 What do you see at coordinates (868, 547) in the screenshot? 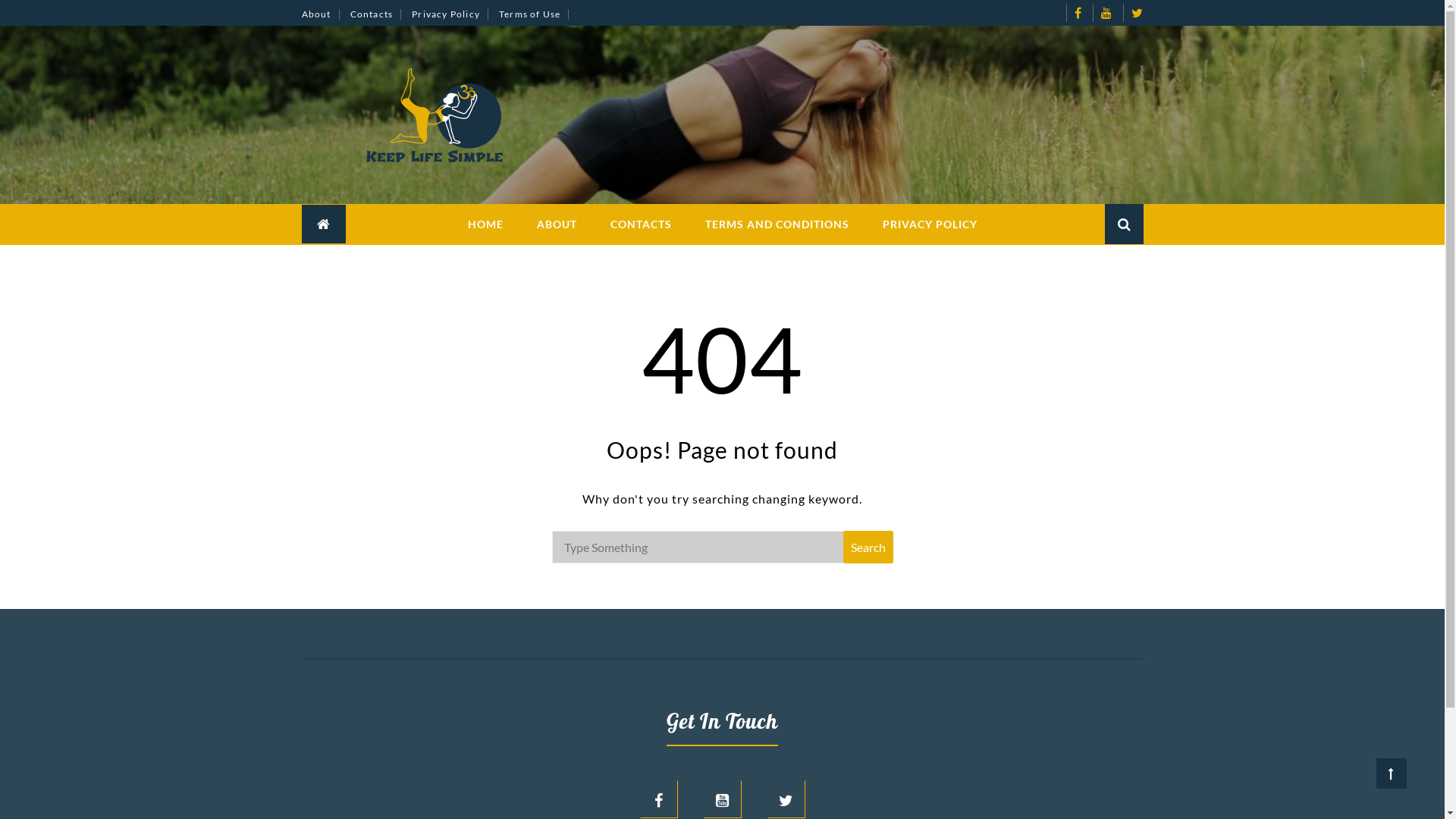
I see `'Search'` at bounding box center [868, 547].